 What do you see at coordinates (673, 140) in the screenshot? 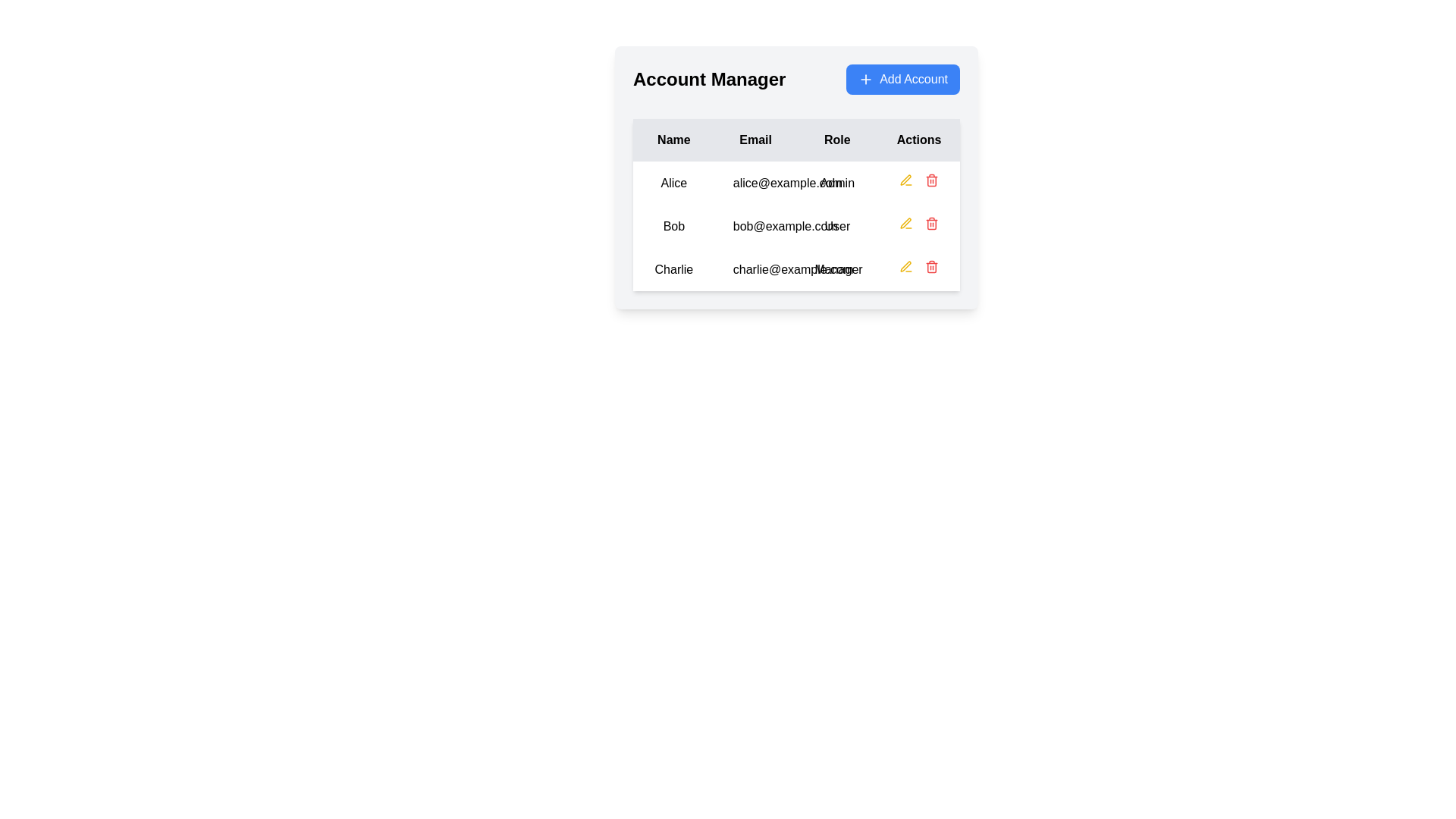
I see `the 'Name' text label header styled in bold, located at the beginning of the header row in the table beneath the 'Account Manager' title` at bounding box center [673, 140].